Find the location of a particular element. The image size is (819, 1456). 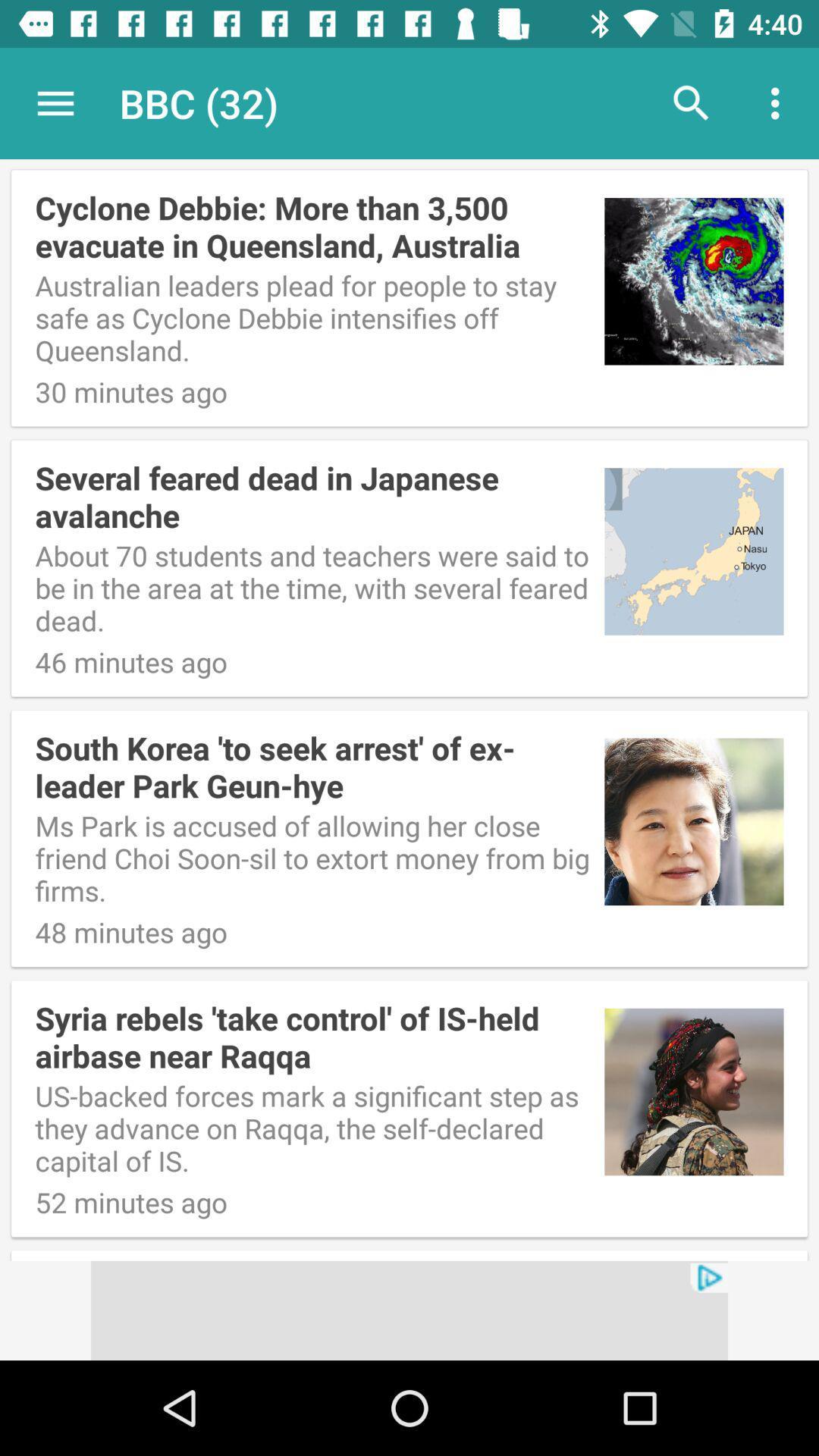

the app below 52 minutes ago app is located at coordinates (409, 1310).